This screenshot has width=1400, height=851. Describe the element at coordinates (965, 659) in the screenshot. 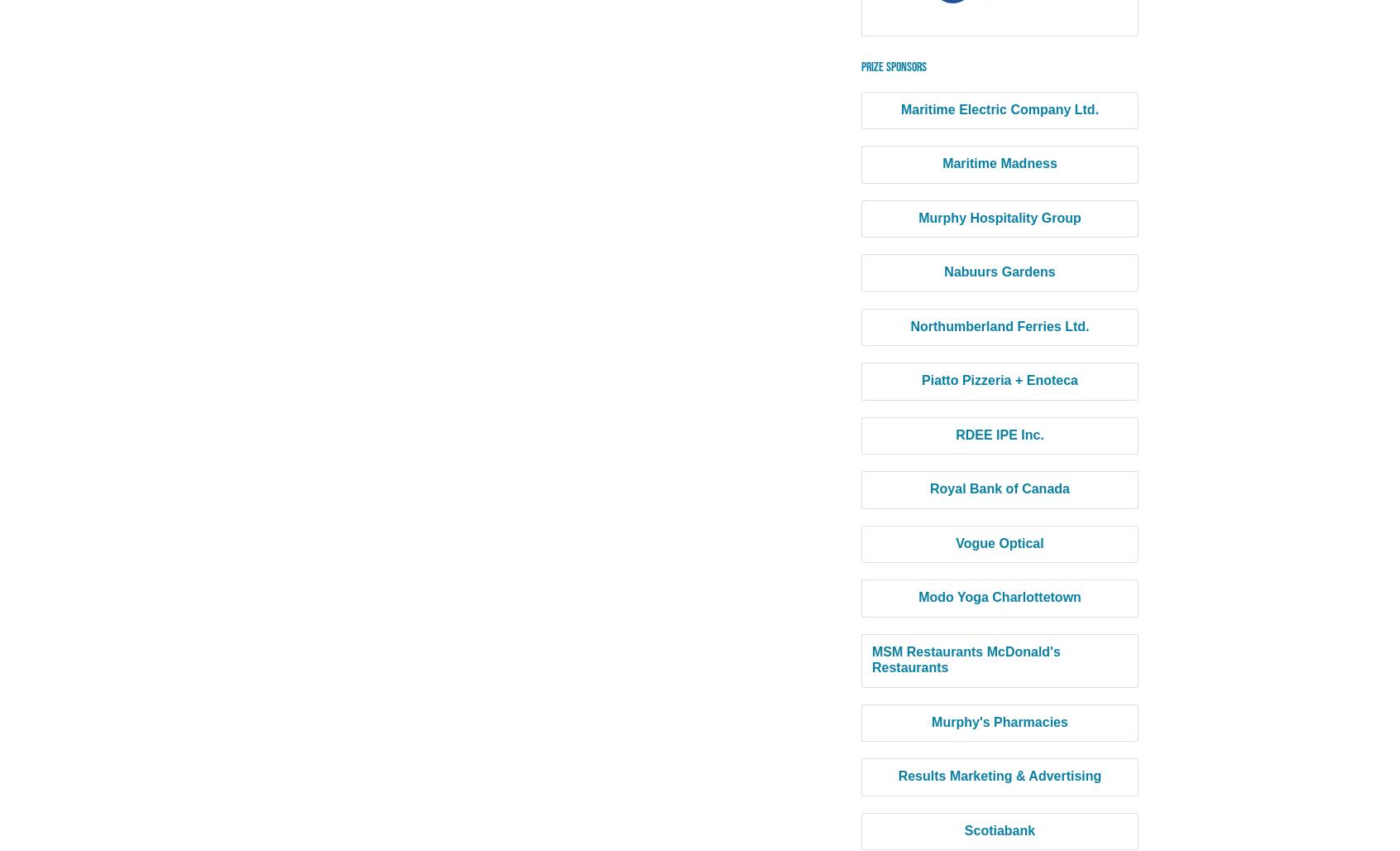

I see `'MSM Restaurants McDonald's Restaurants'` at that location.